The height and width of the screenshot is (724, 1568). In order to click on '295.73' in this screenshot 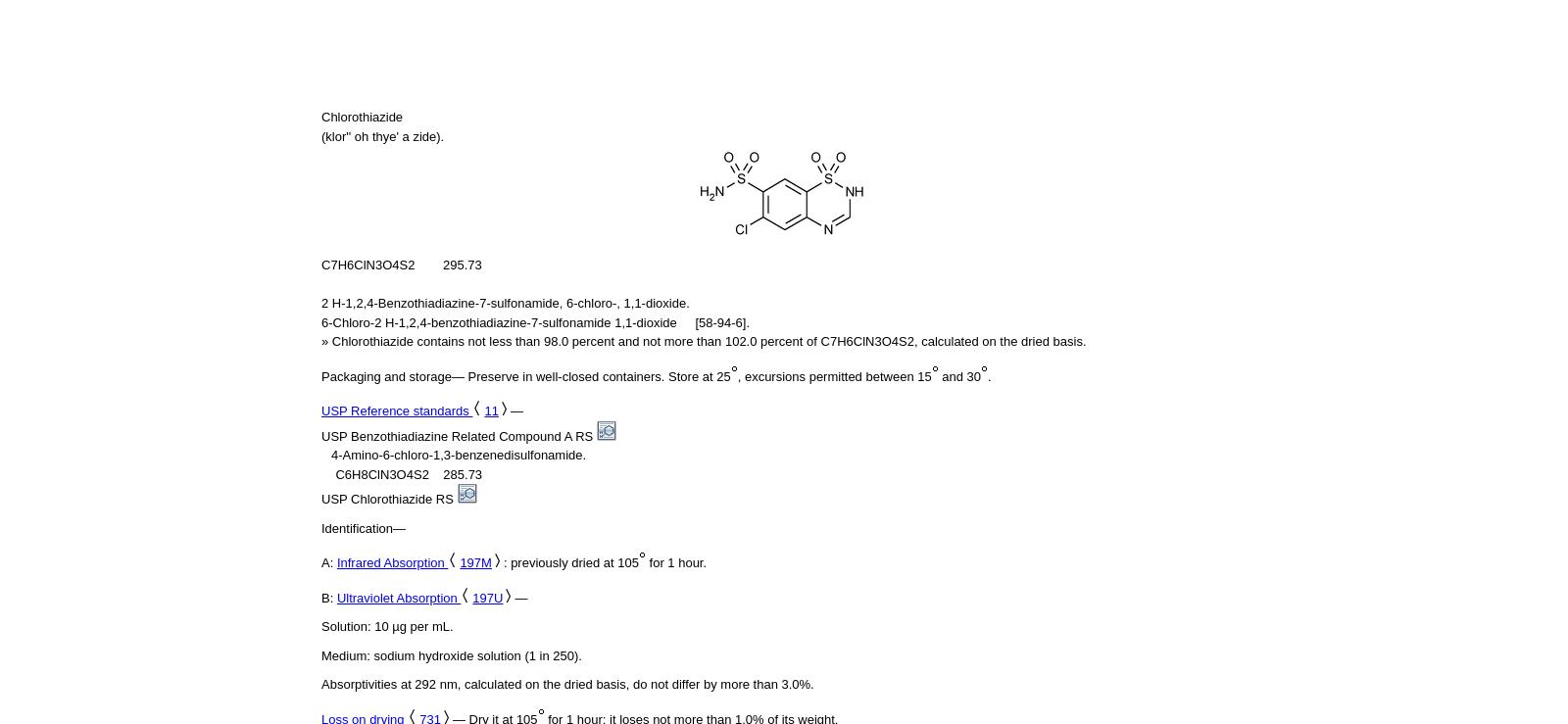, I will do `click(461, 264)`.